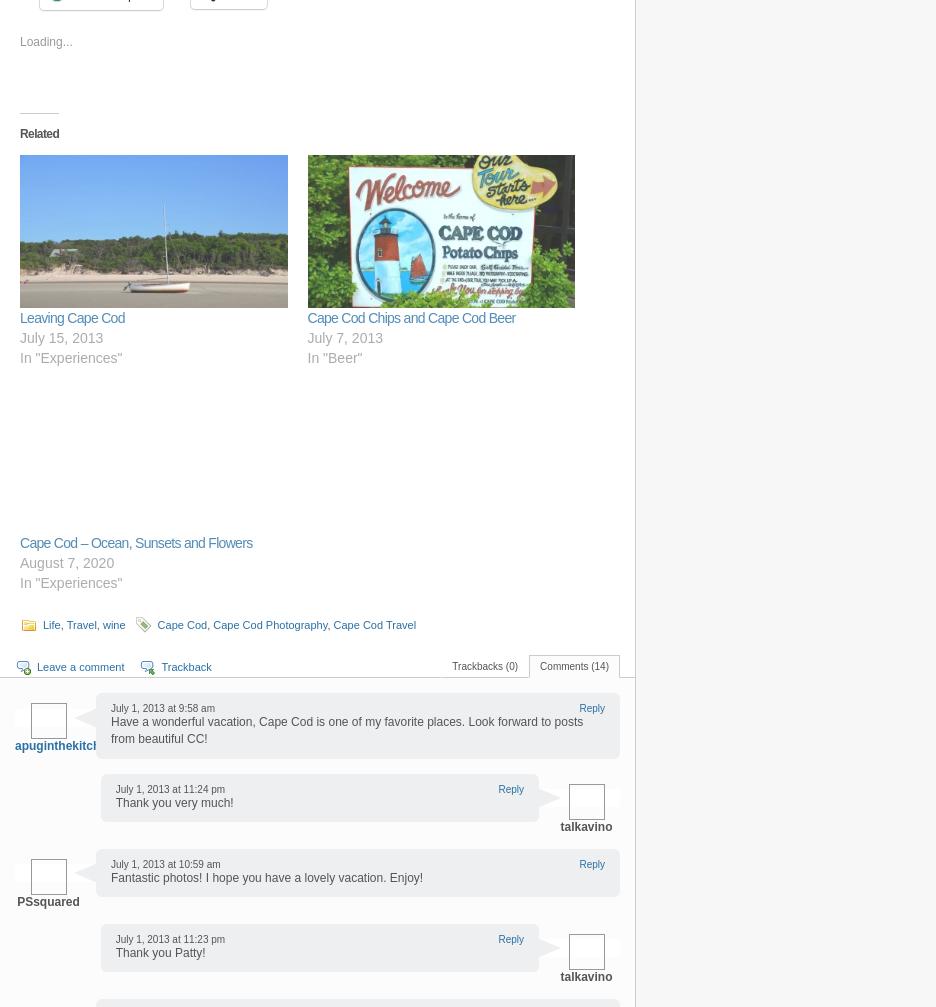 The width and height of the screenshot is (936, 1007). I want to click on 'Trackbacks (0)', so click(484, 664).